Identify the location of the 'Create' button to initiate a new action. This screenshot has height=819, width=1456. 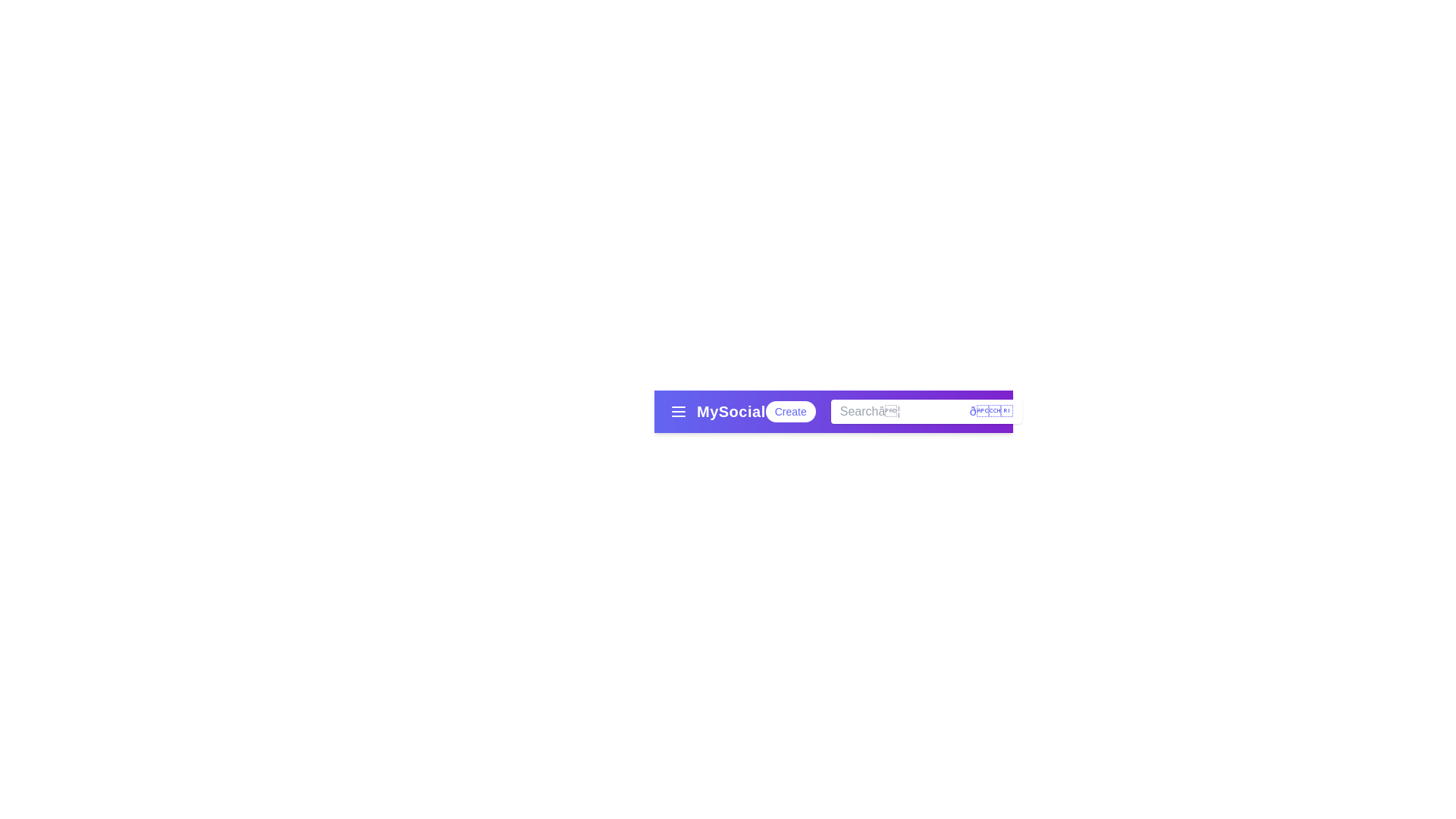
(789, 412).